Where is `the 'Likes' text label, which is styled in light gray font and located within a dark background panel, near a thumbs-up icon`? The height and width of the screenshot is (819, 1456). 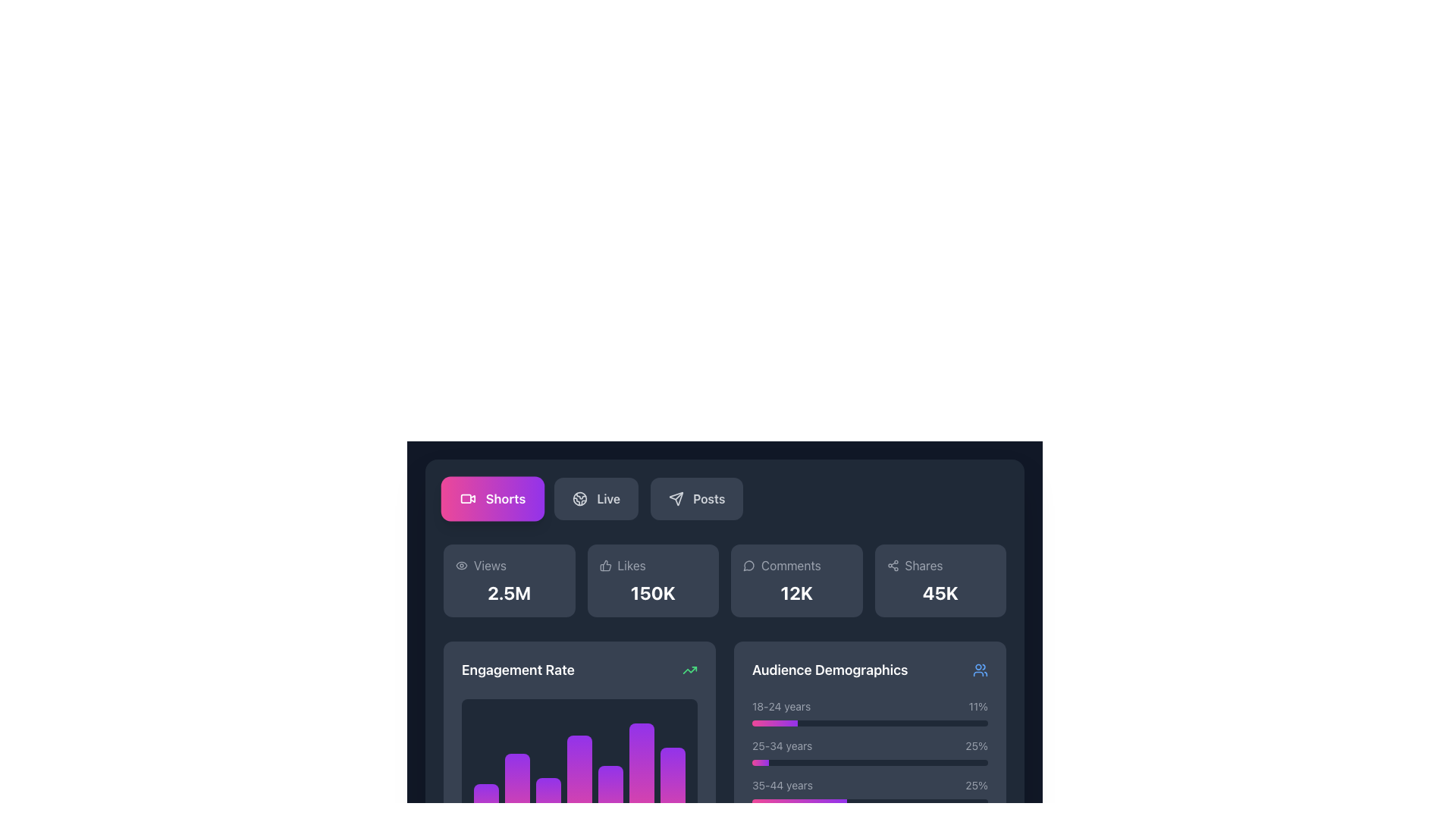 the 'Likes' text label, which is styled in light gray font and located within a dark background panel, near a thumbs-up icon is located at coordinates (632, 565).